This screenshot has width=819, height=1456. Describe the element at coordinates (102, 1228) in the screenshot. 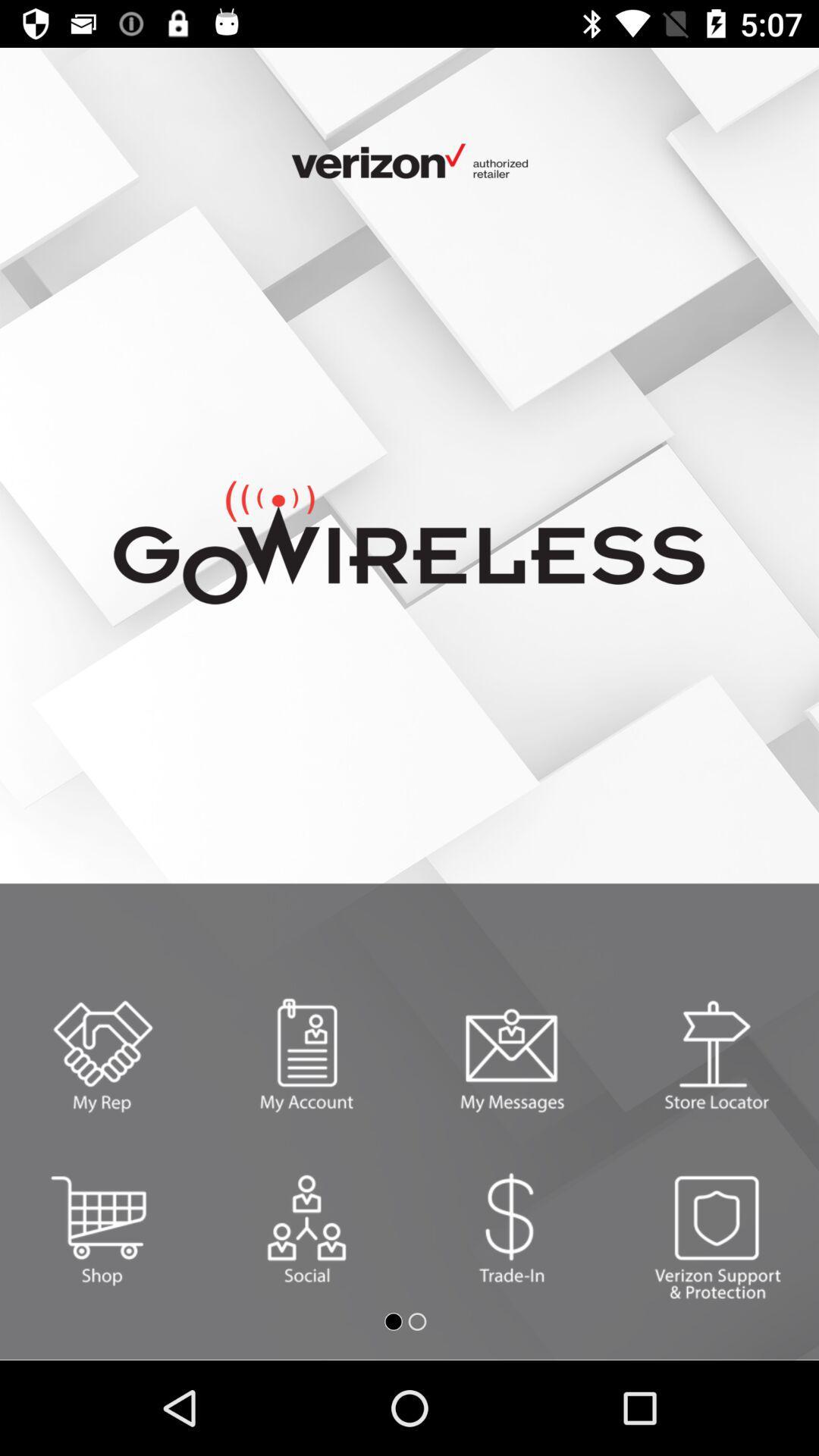

I see `shopping box option` at that location.